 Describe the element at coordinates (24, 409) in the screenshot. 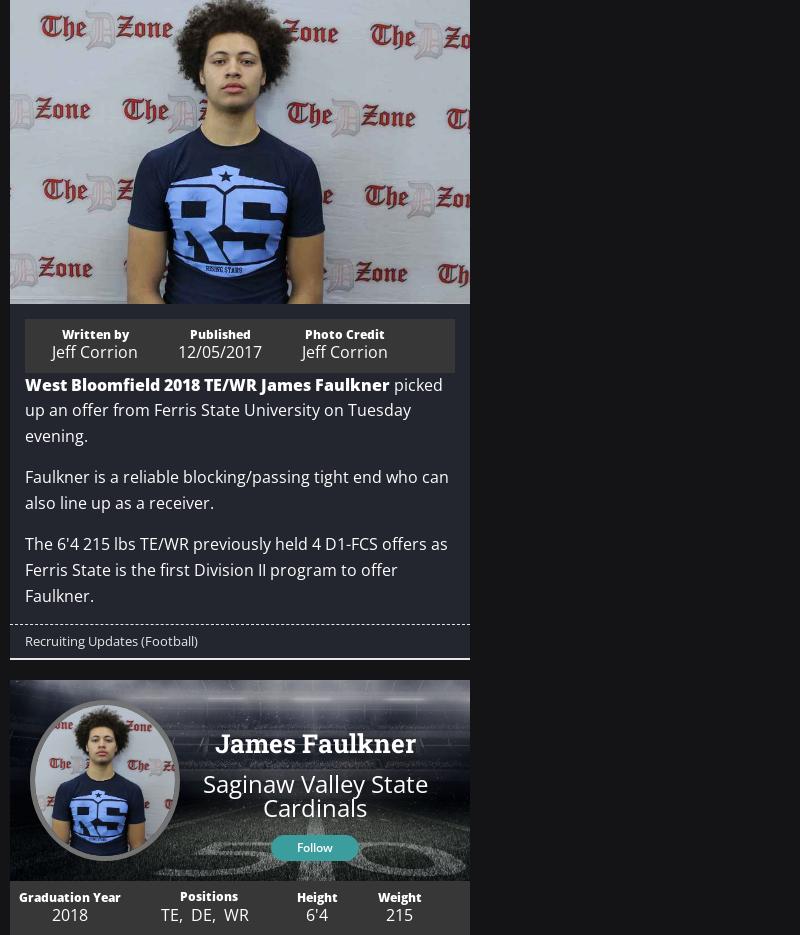

I see `'picked up an offer from Ferris State University on Tuesday evening.'` at that location.